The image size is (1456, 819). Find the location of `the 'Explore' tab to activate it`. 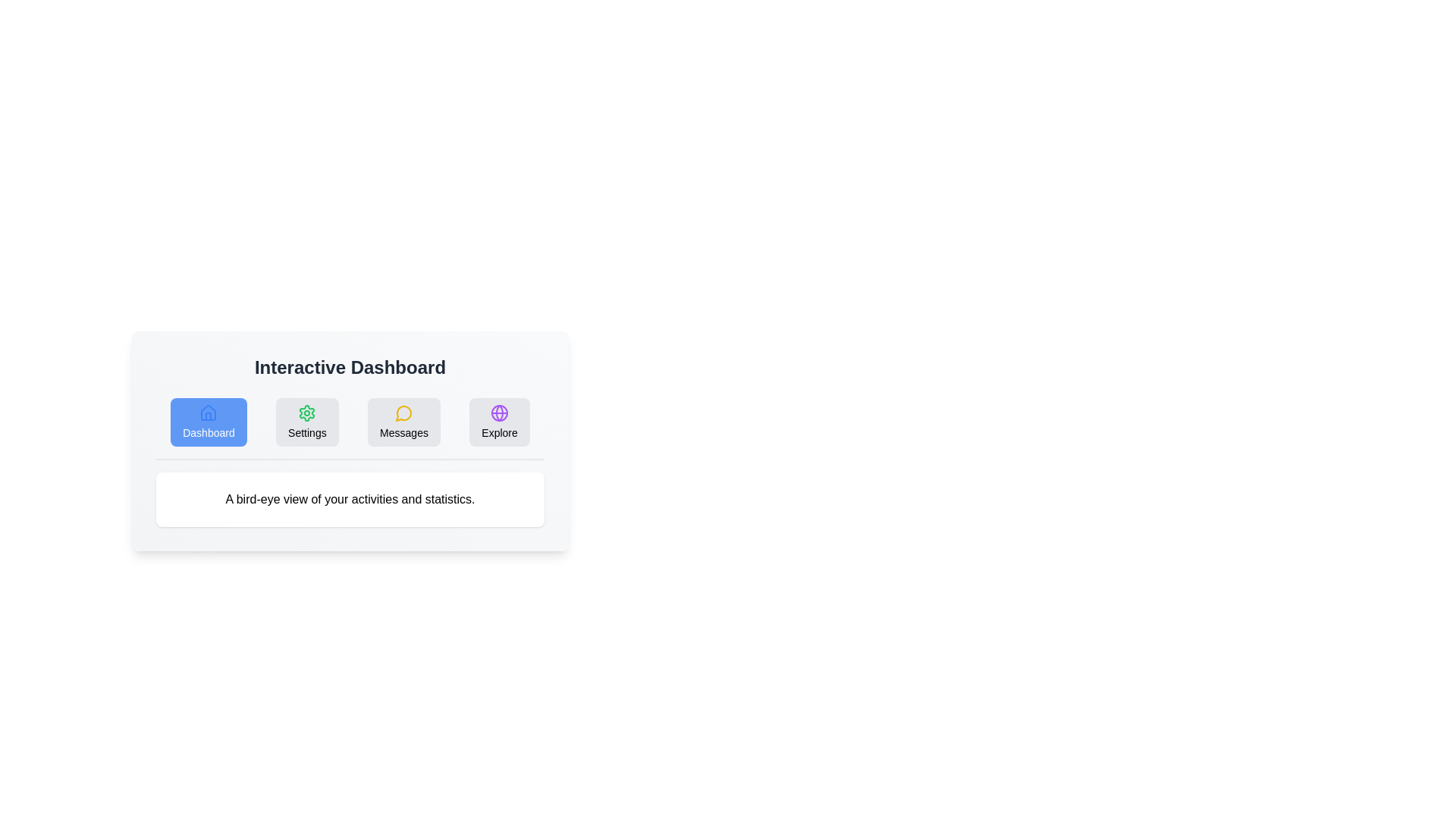

the 'Explore' tab to activate it is located at coordinates (500, 422).